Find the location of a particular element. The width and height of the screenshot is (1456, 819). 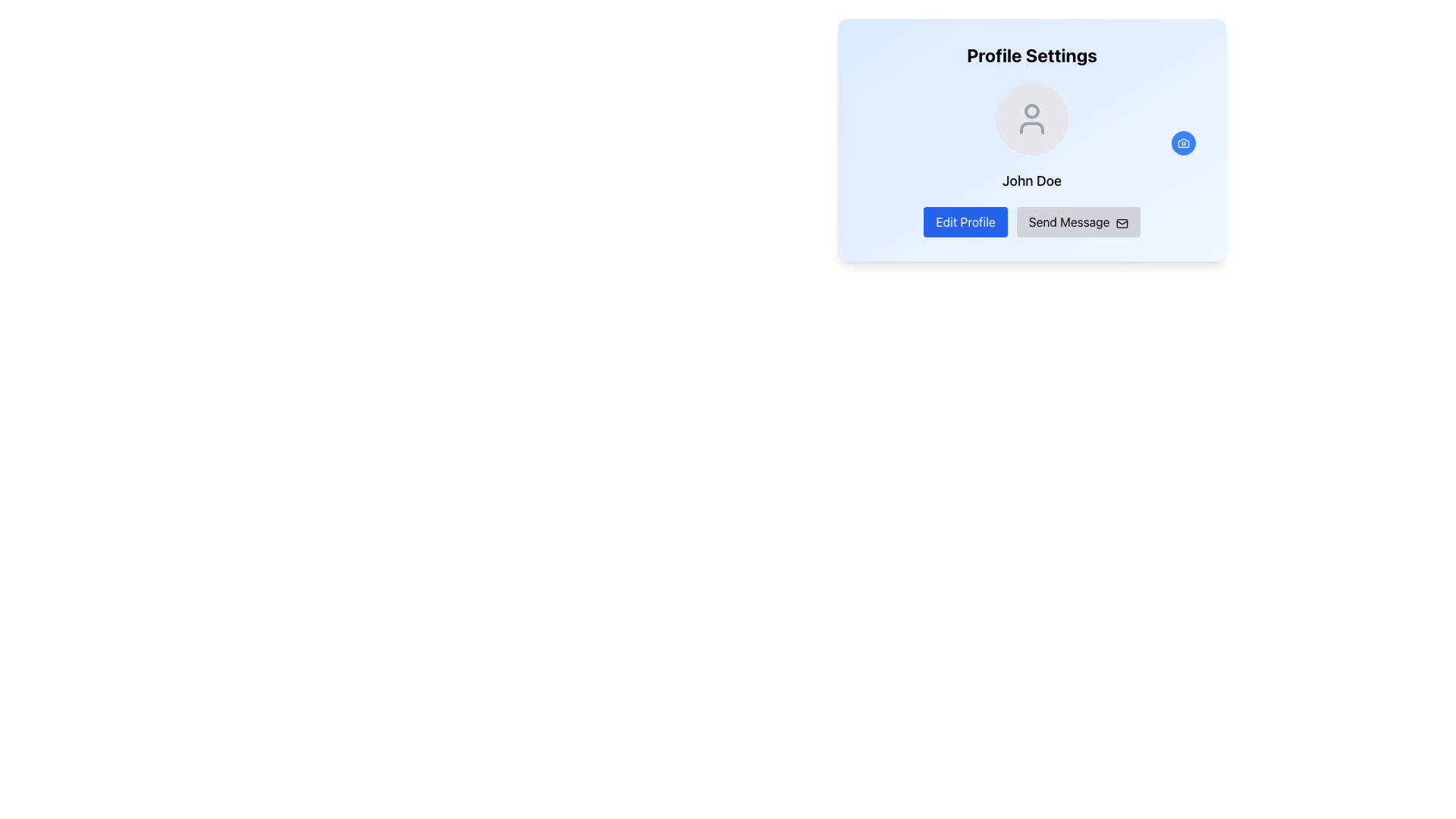

the Text Label displaying the user's name in the profile settings interface, located centrally below the avatar icon is located at coordinates (1031, 180).